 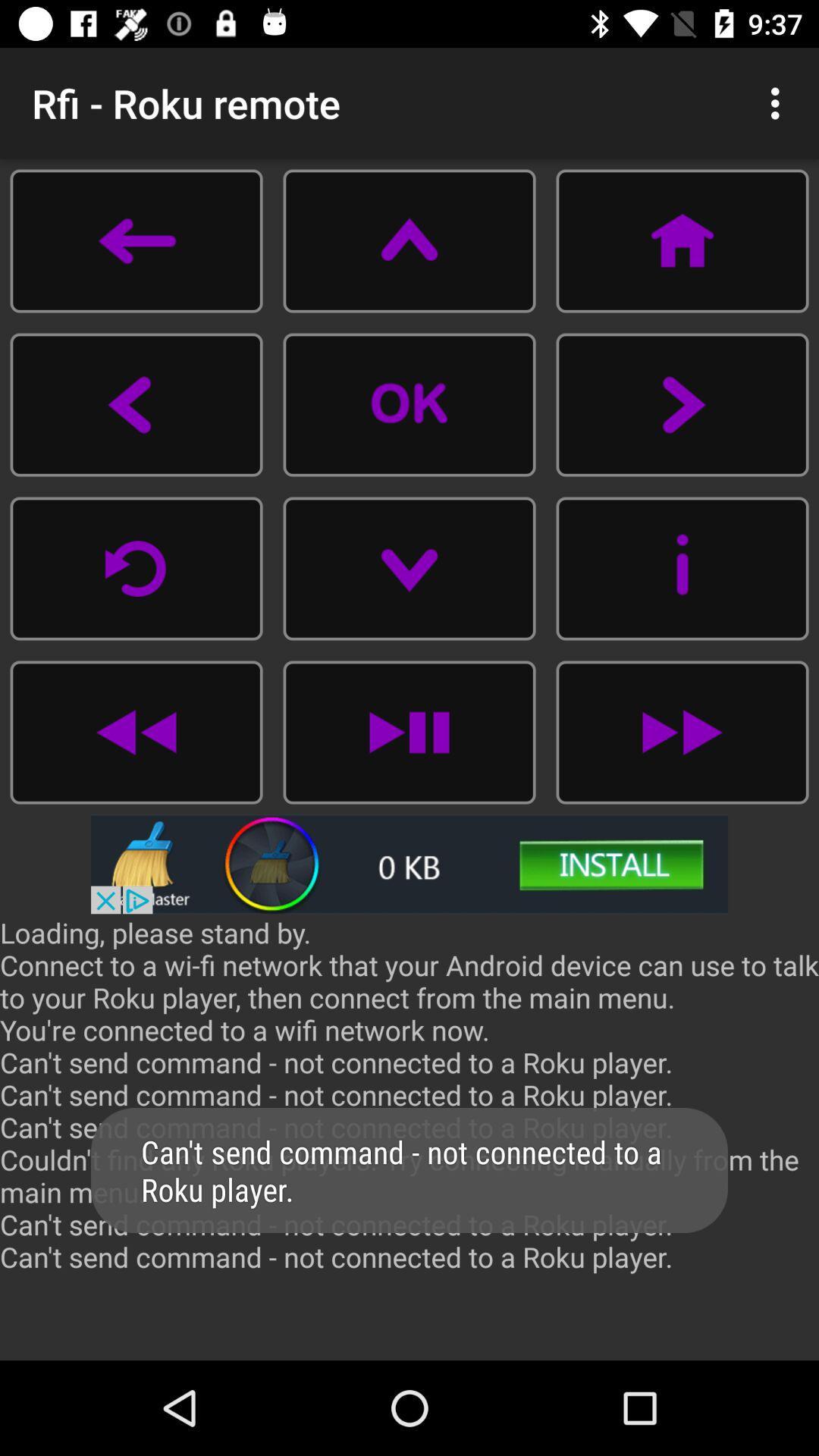 I want to click on clean install option, so click(x=409, y=864).